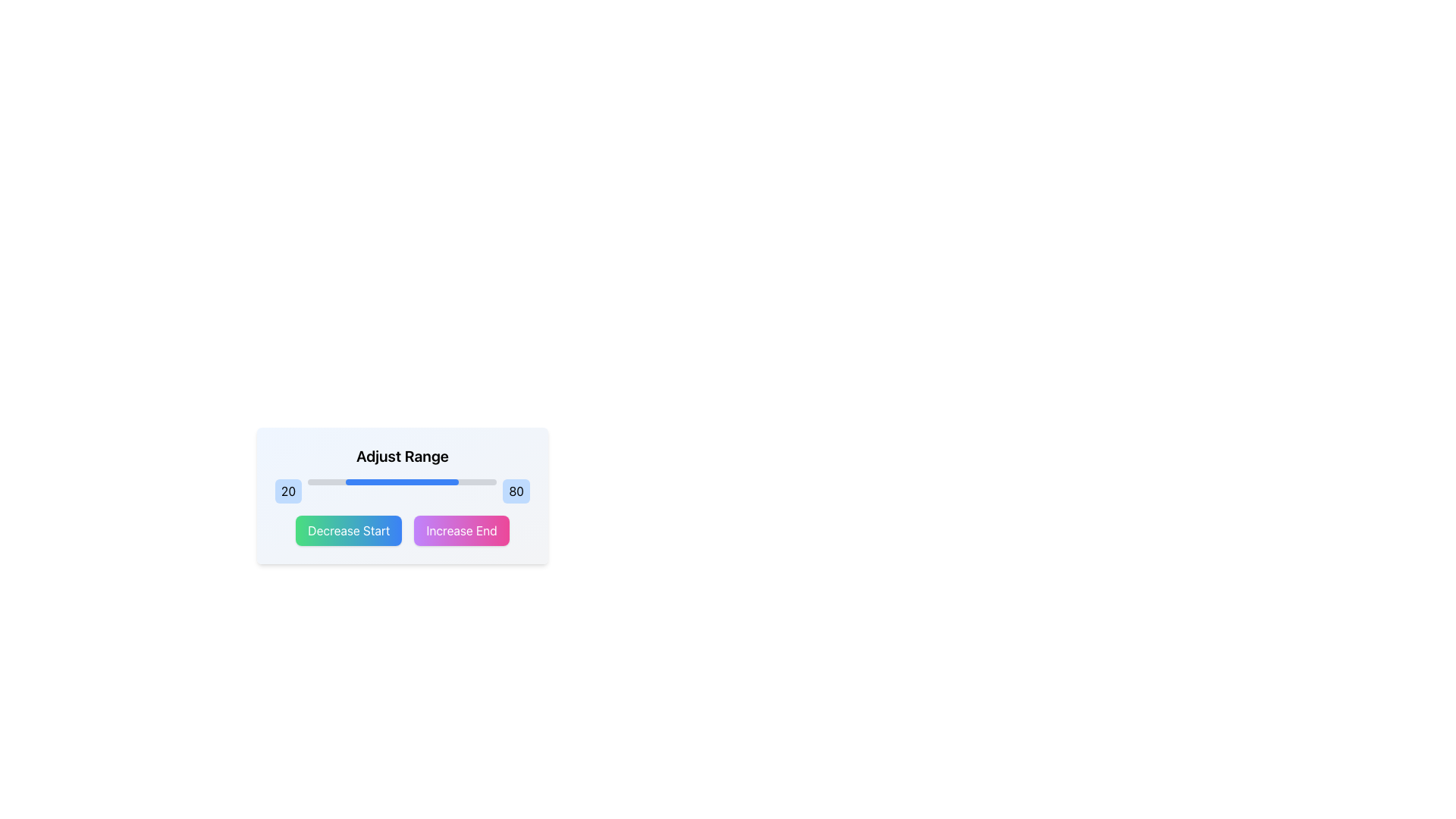  Describe the element at coordinates (402, 482) in the screenshot. I see `the progress bar located centrally beneath the text 'Adjust Range', which visually represents progress between the values '20' and '80'` at that location.